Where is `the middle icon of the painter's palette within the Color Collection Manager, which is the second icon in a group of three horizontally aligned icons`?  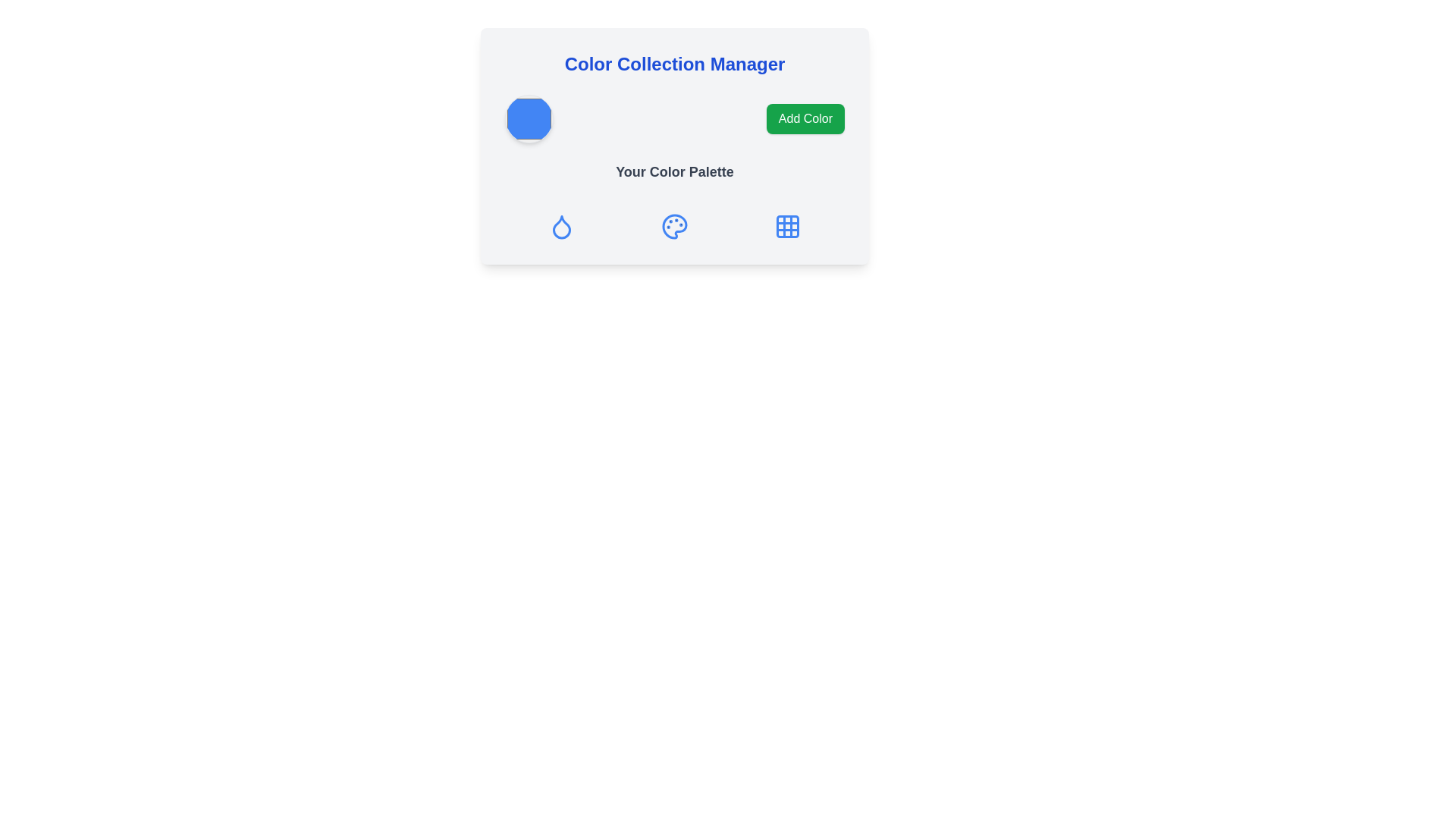 the middle icon of the painter's palette within the Color Collection Manager, which is the second icon in a group of three horizontally aligned icons is located at coordinates (673, 227).